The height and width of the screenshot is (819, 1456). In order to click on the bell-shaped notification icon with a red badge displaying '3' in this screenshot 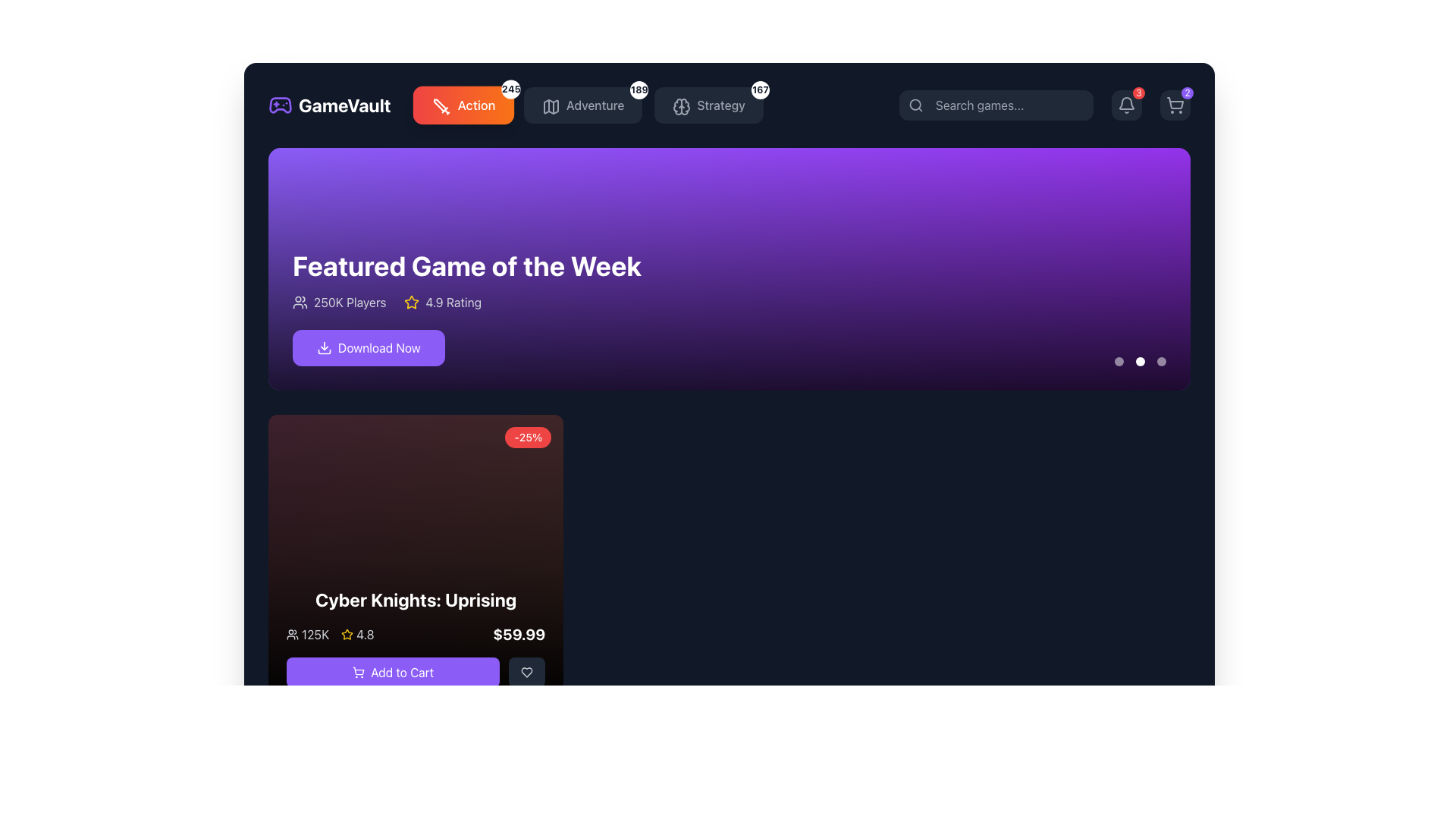, I will do `click(1127, 104)`.